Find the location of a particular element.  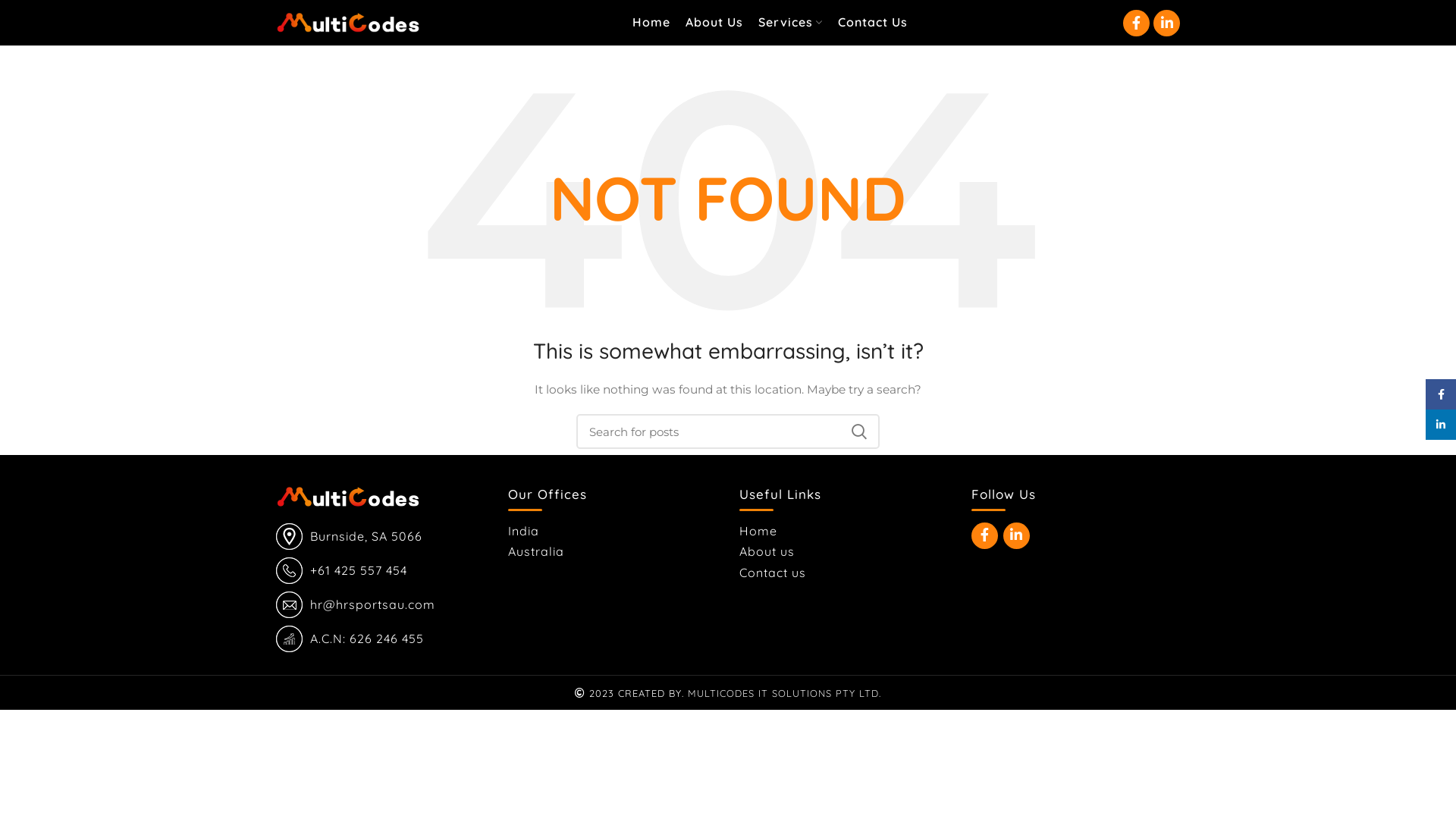

'Services' is located at coordinates (789, 23).